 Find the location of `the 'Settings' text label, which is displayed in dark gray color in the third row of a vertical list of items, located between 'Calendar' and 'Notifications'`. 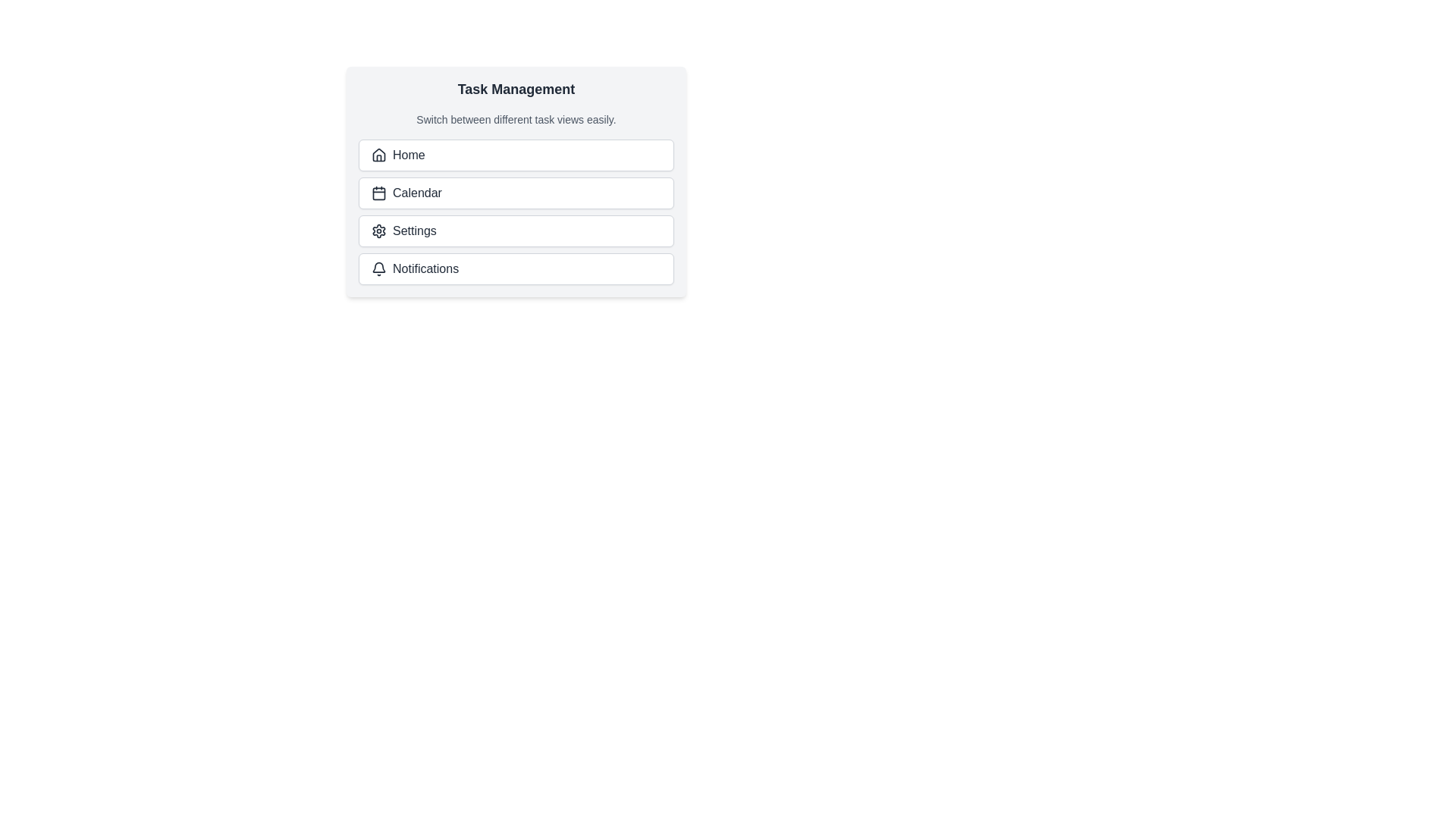

the 'Settings' text label, which is displayed in dark gray color in the third row of a vertical list of items, located between 'Calendar' and 'Notifications' is located at coordinates (414, 231).